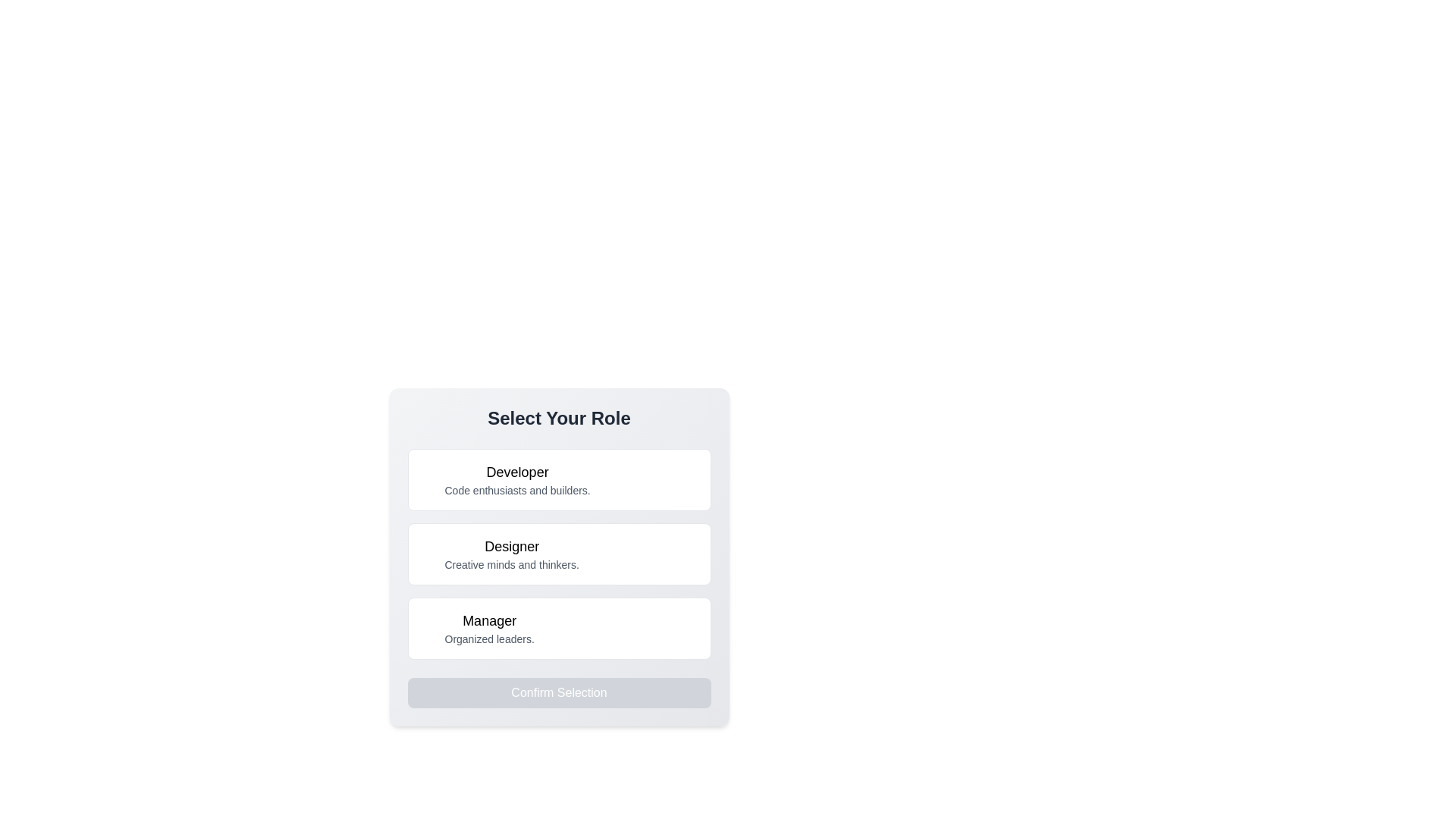  Describe the element at coordinates (517, 472) in the screenshot. I see `the 'Developer' title label, which is styled in large, bold font and located in a role selection interface above the descriptive text` at that location.